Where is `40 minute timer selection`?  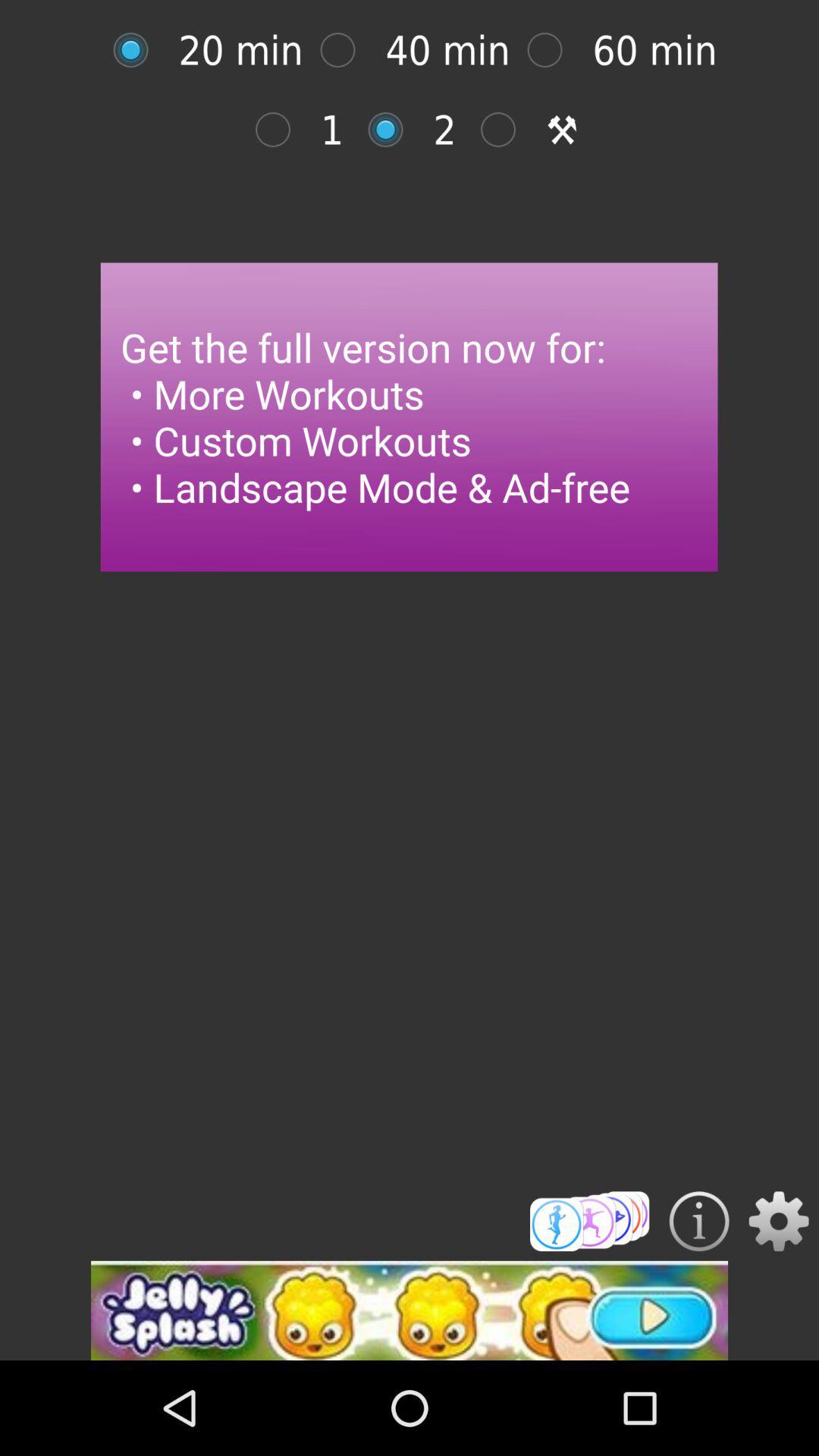 40 minute timer selection is located at coordinates (345, 50).